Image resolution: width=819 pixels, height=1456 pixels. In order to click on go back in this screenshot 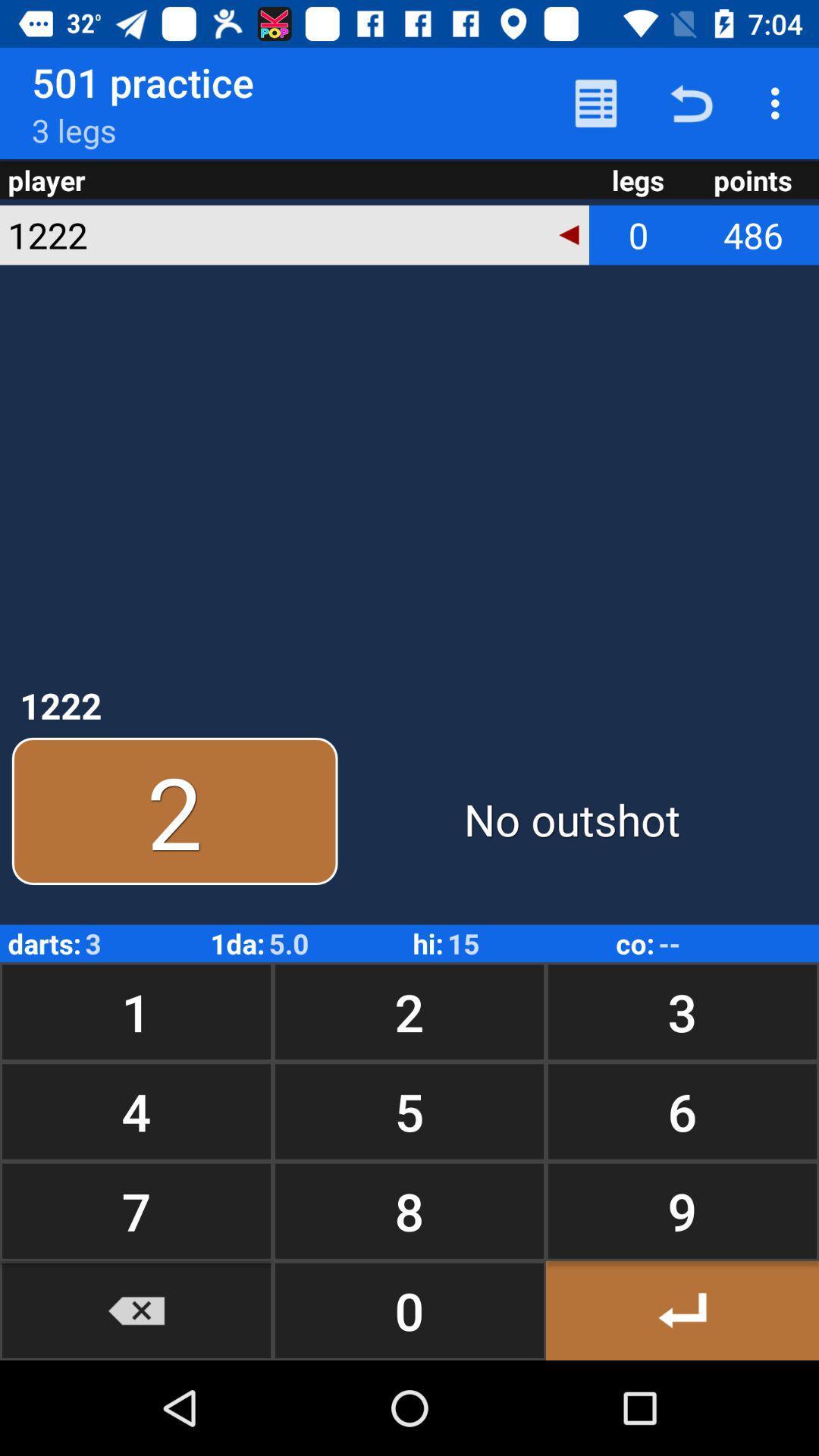, I will do `click(136, 1310)`.